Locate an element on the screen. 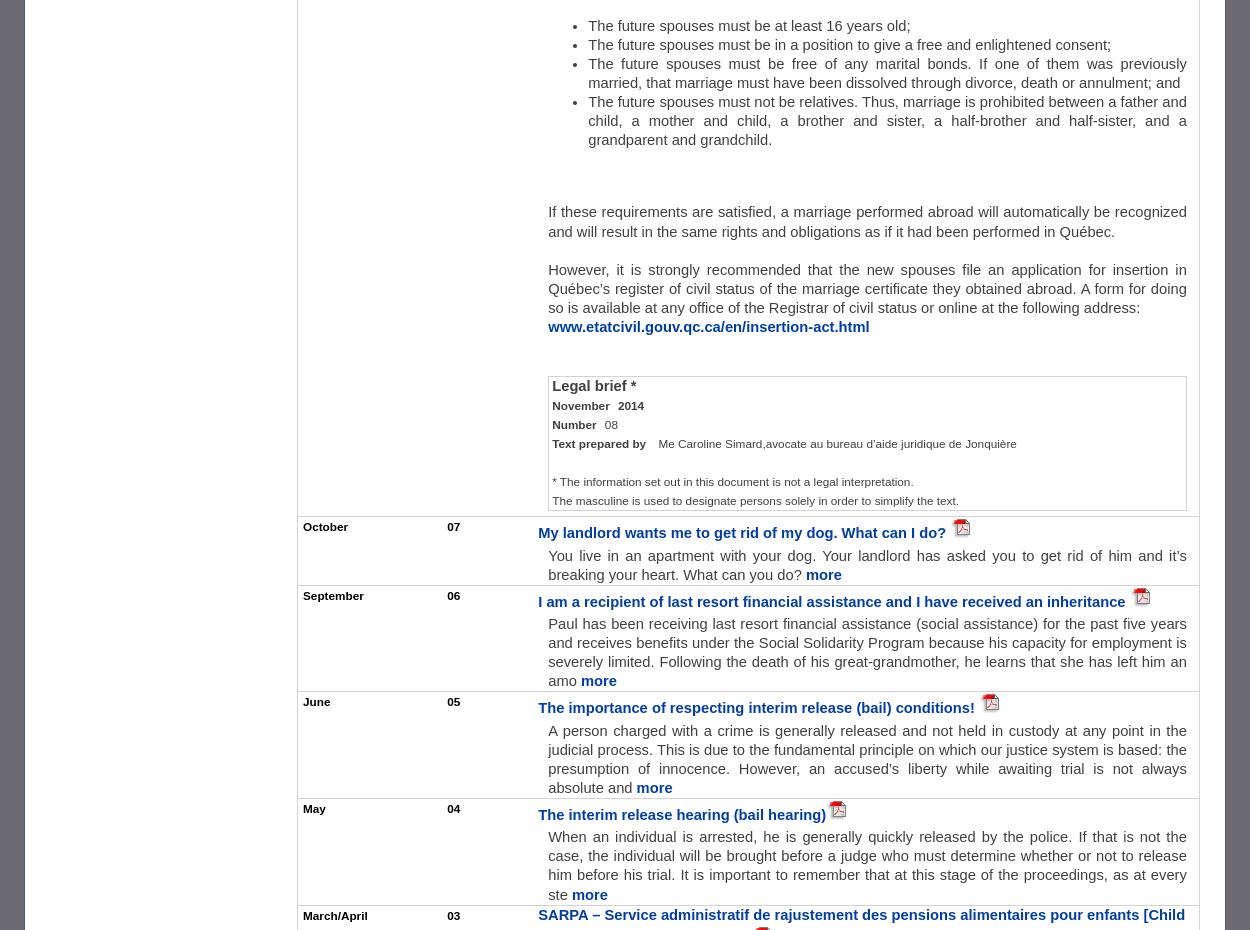 The image size is (1250, 930). 'The future spouses must not be relatives. Thus, marriage is prohibited between a father and child, a mother and child, a brother and sister, a half-brother and half-sister, and a grandparent and grandchild.' is located at coordinates (887, 120).